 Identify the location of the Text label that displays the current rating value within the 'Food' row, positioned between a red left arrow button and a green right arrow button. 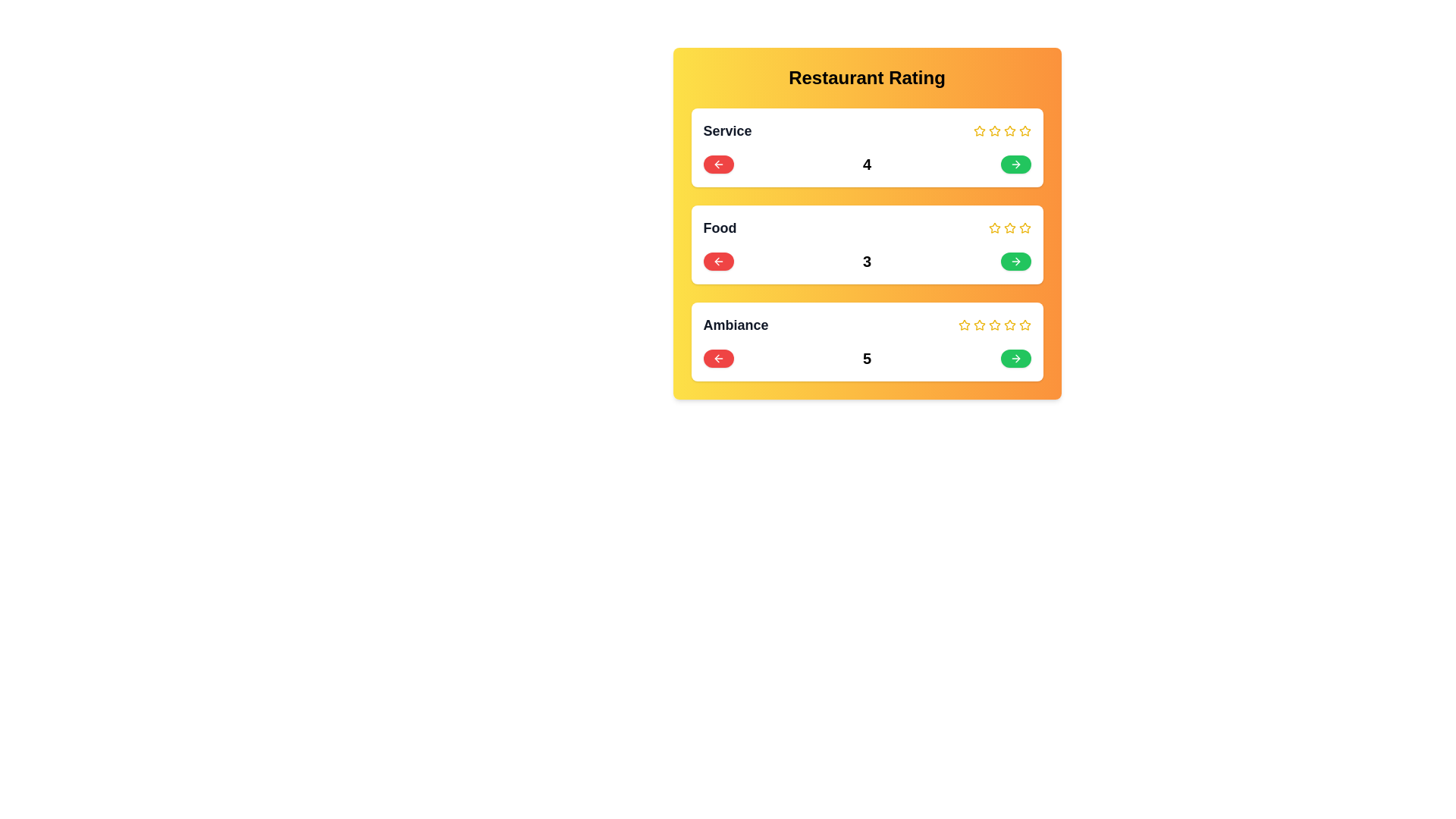
(867, 260).